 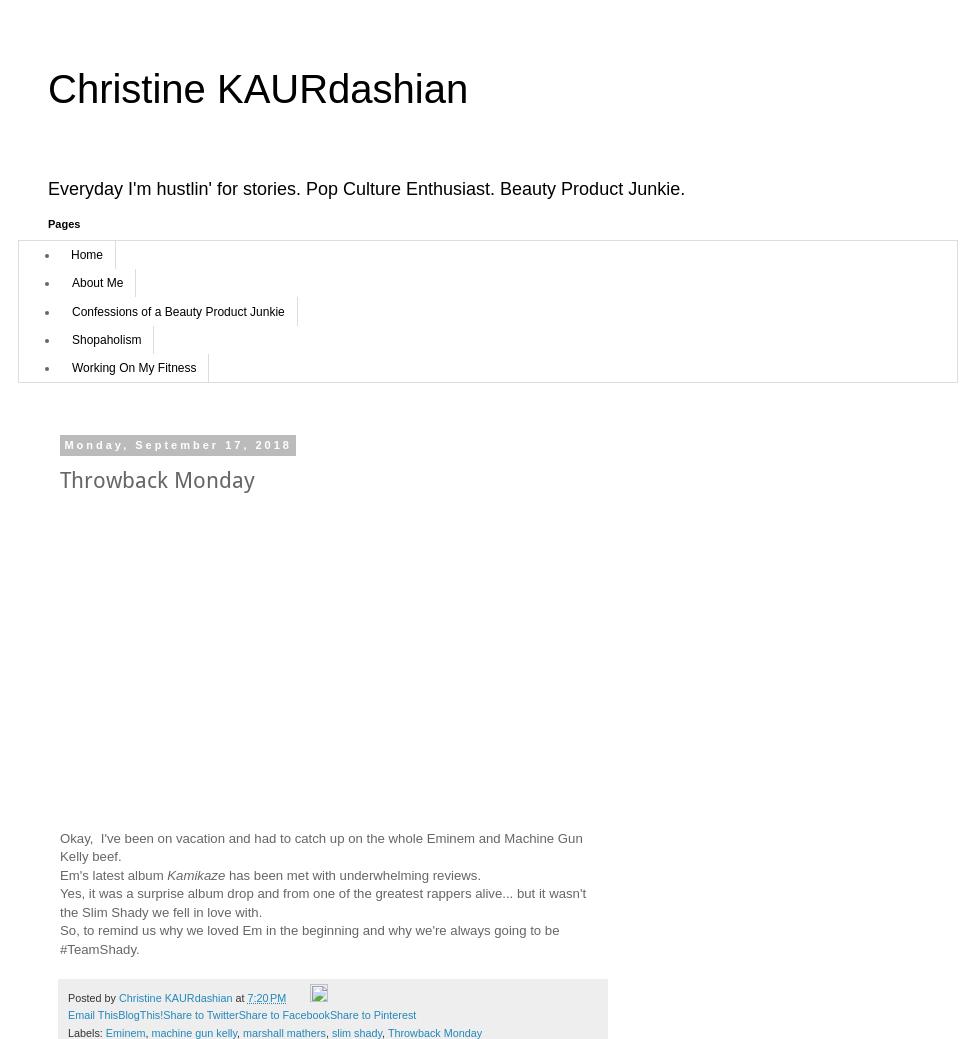 What do you see at coordinates (365, 187) in the screenshot?
I see `'Everyday I'm hustlin' for stories.
Pop Culture Enthusiast.
Beauty Product Junkie.'` at bounding box center [365, 187].